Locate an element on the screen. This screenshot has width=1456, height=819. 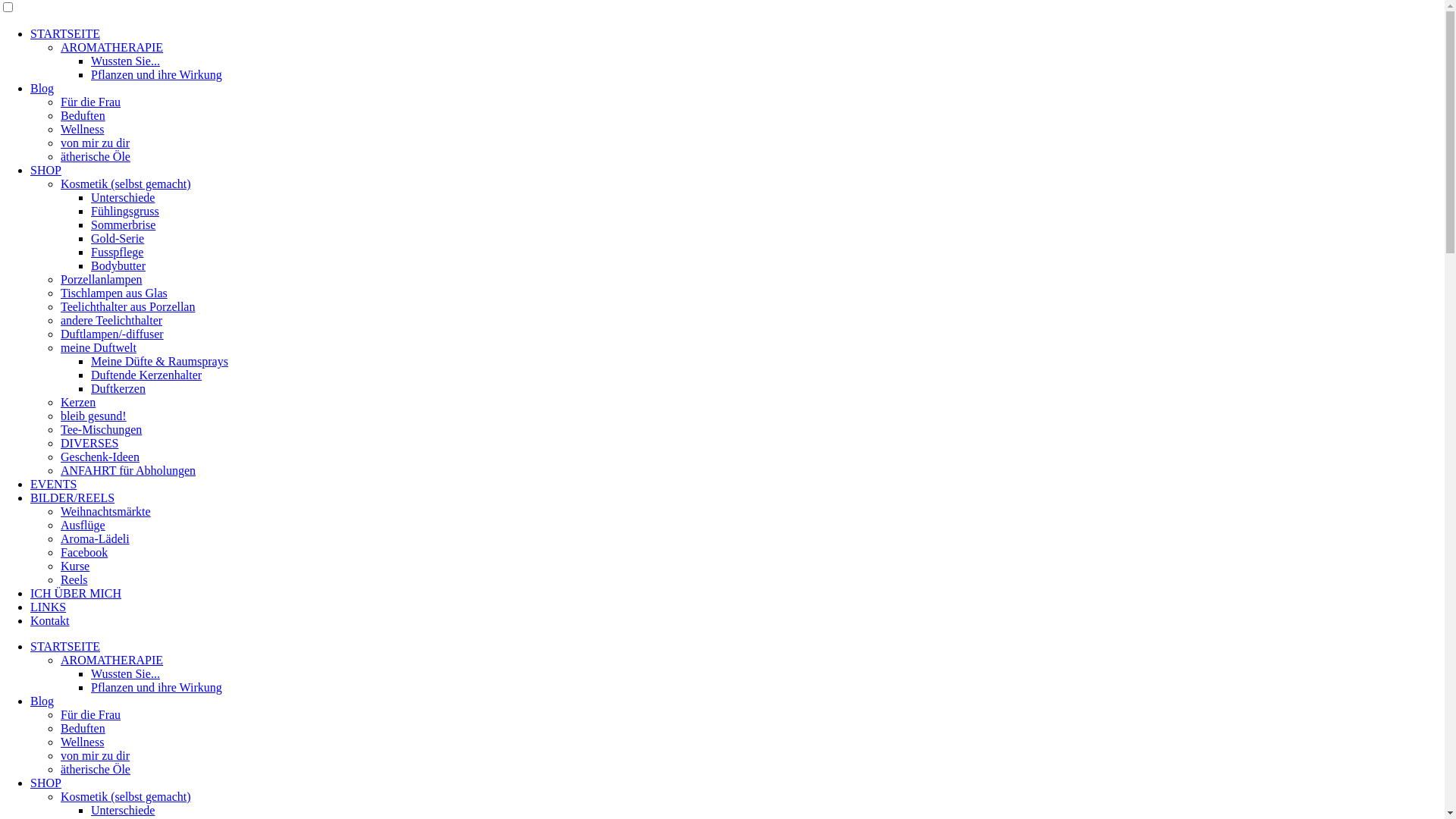
'Wussten Sie...' is located at coordinates (125, 673).